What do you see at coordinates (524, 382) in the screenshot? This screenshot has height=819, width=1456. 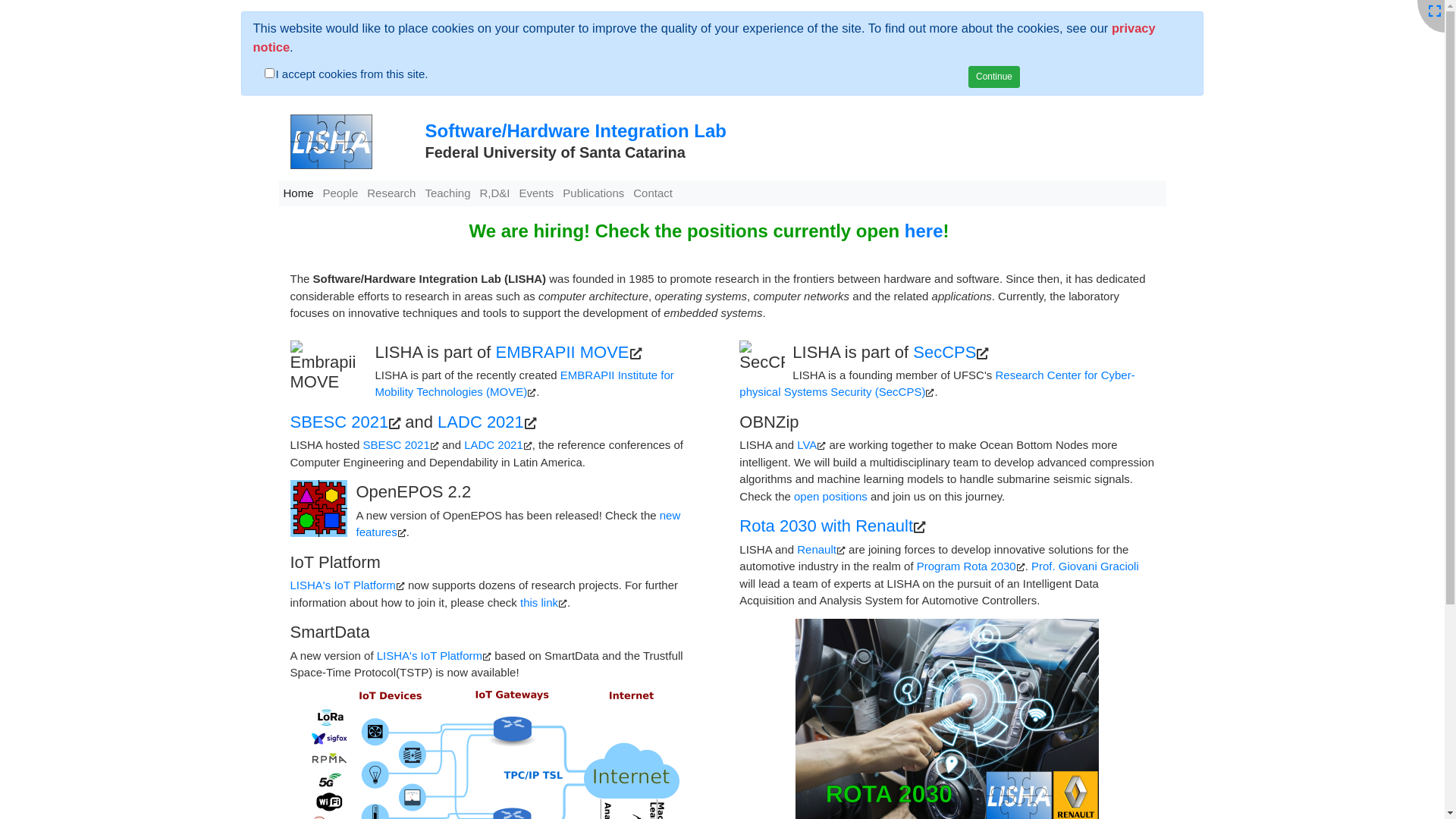 I see `'EMBRAPII Institute for Mobility Technologies (MOVE)'` at bounding box center [524, 382].